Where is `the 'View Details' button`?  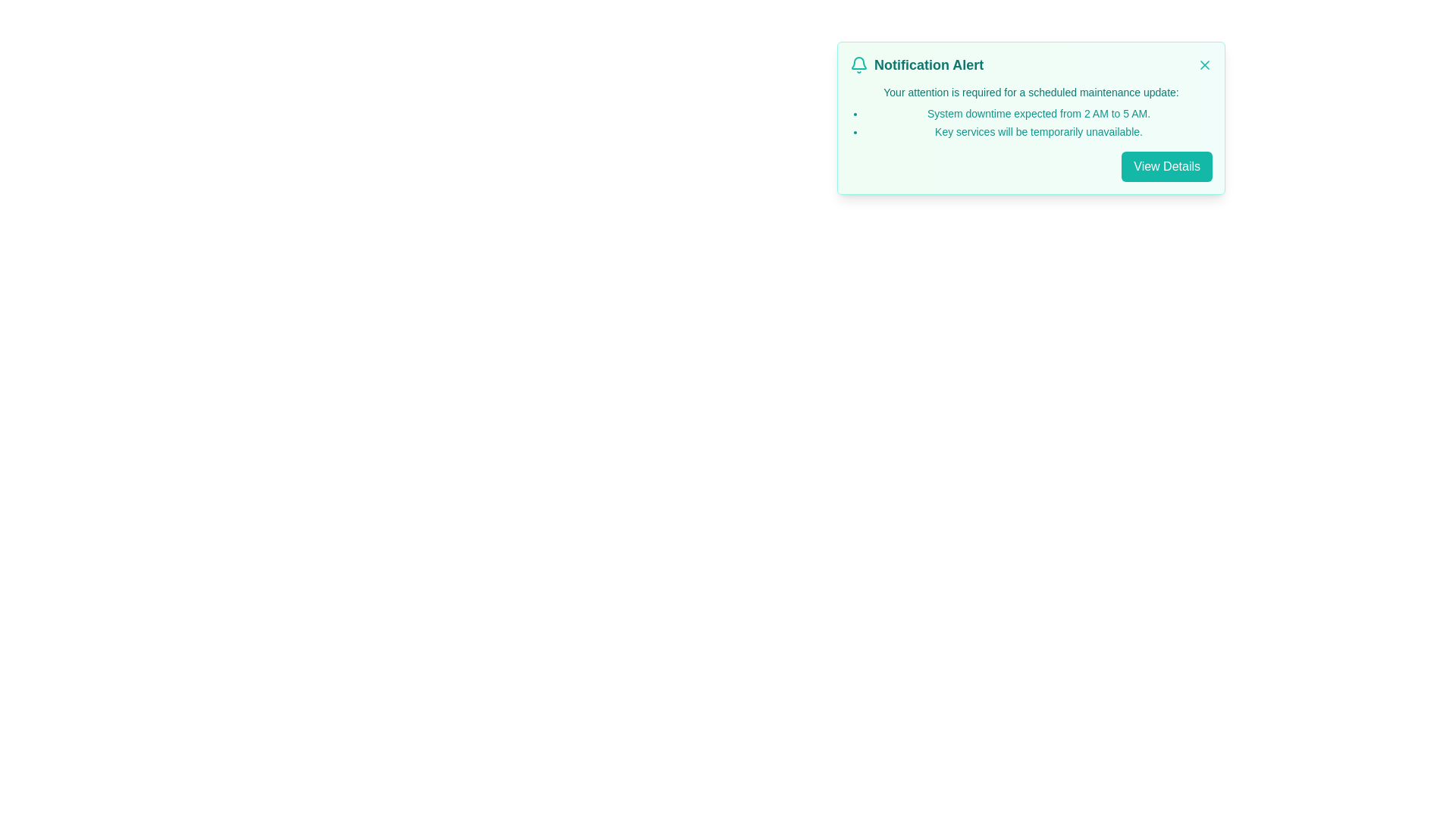
the 'View Details' button is located at coordinates (1166, 166).